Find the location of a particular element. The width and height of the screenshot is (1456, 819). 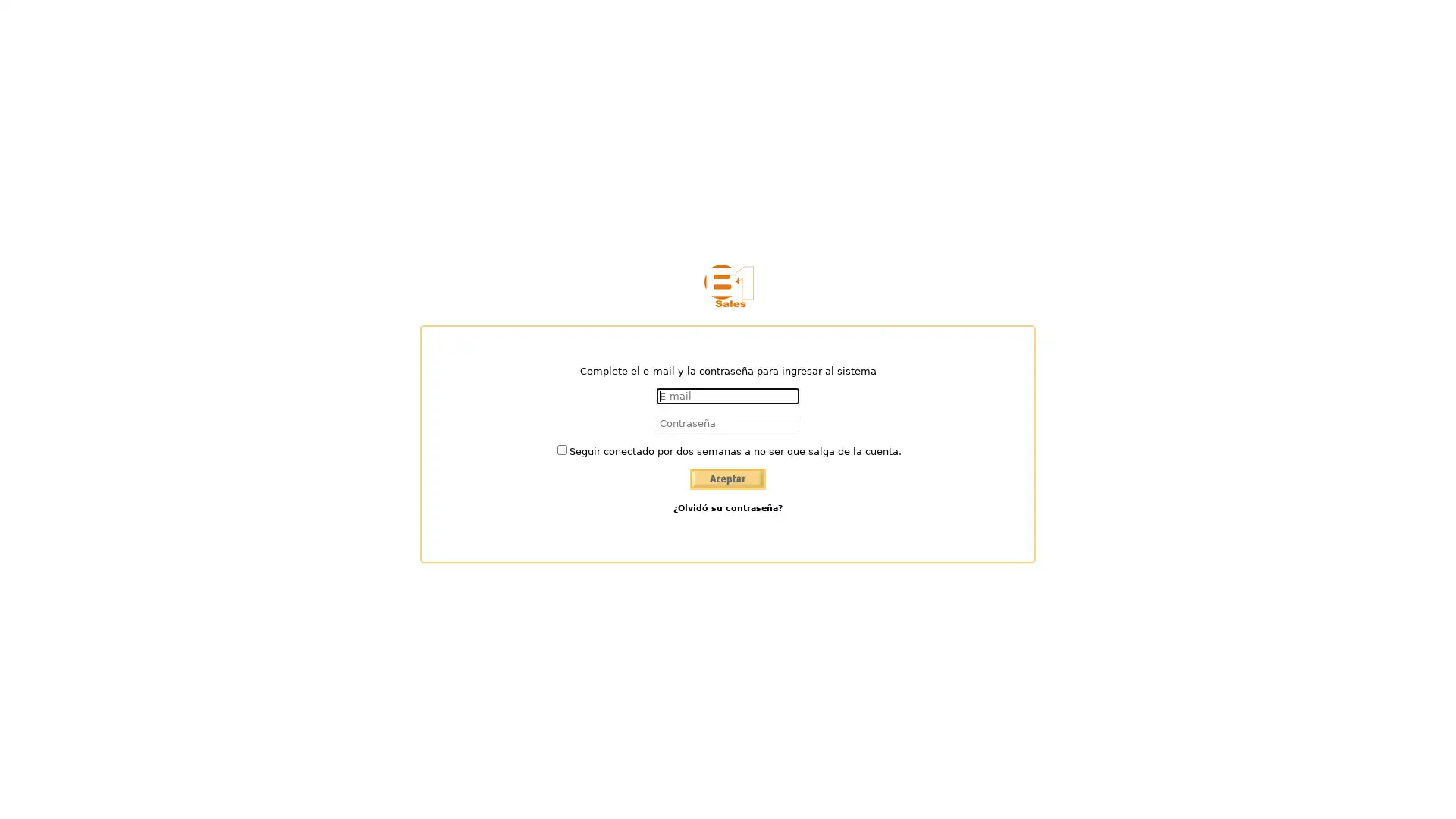

Aceptar is located at coordinates (728, 479).